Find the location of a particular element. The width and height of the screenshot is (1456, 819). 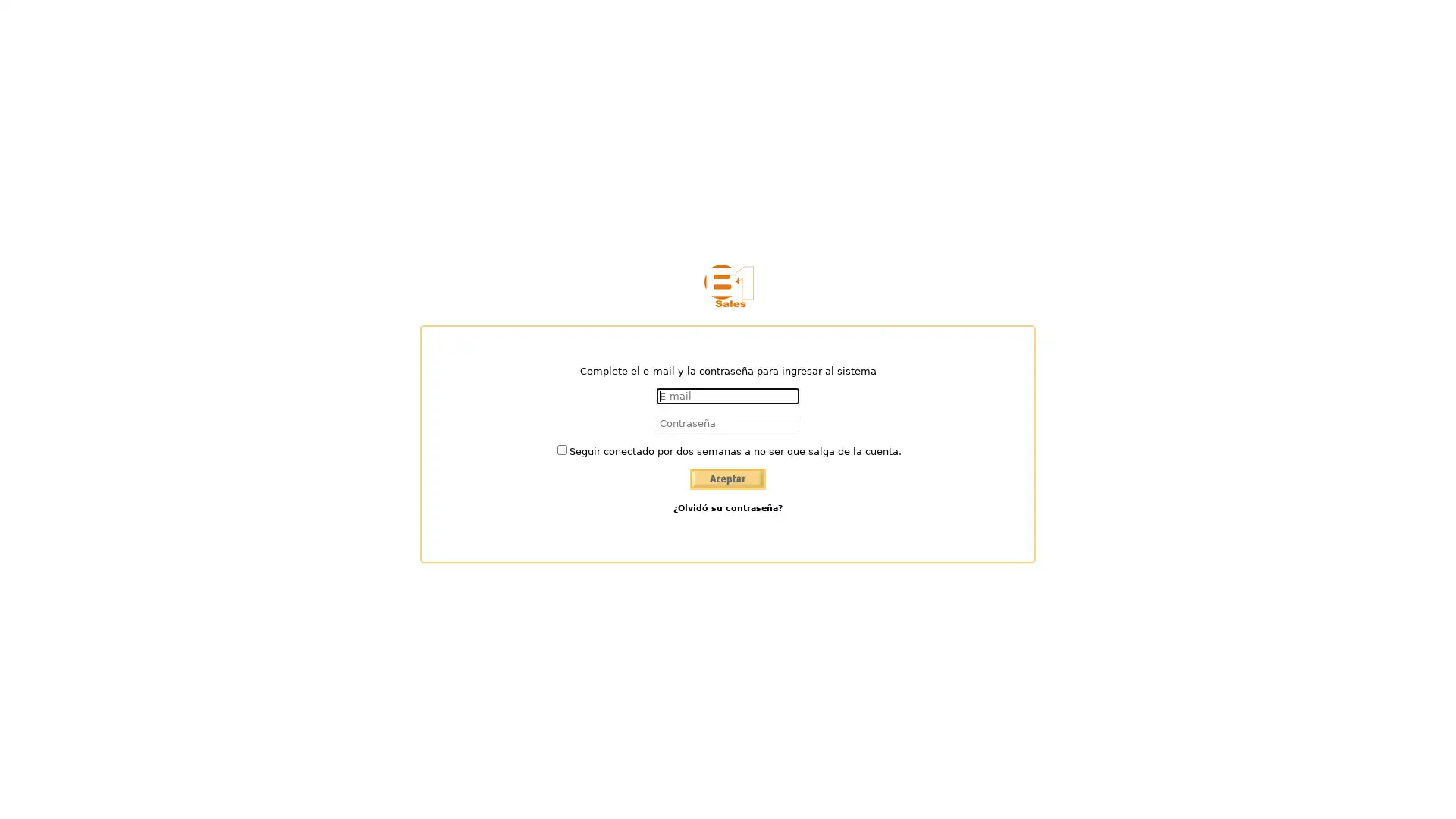

Aceptar is located at coordinates (728, 479).